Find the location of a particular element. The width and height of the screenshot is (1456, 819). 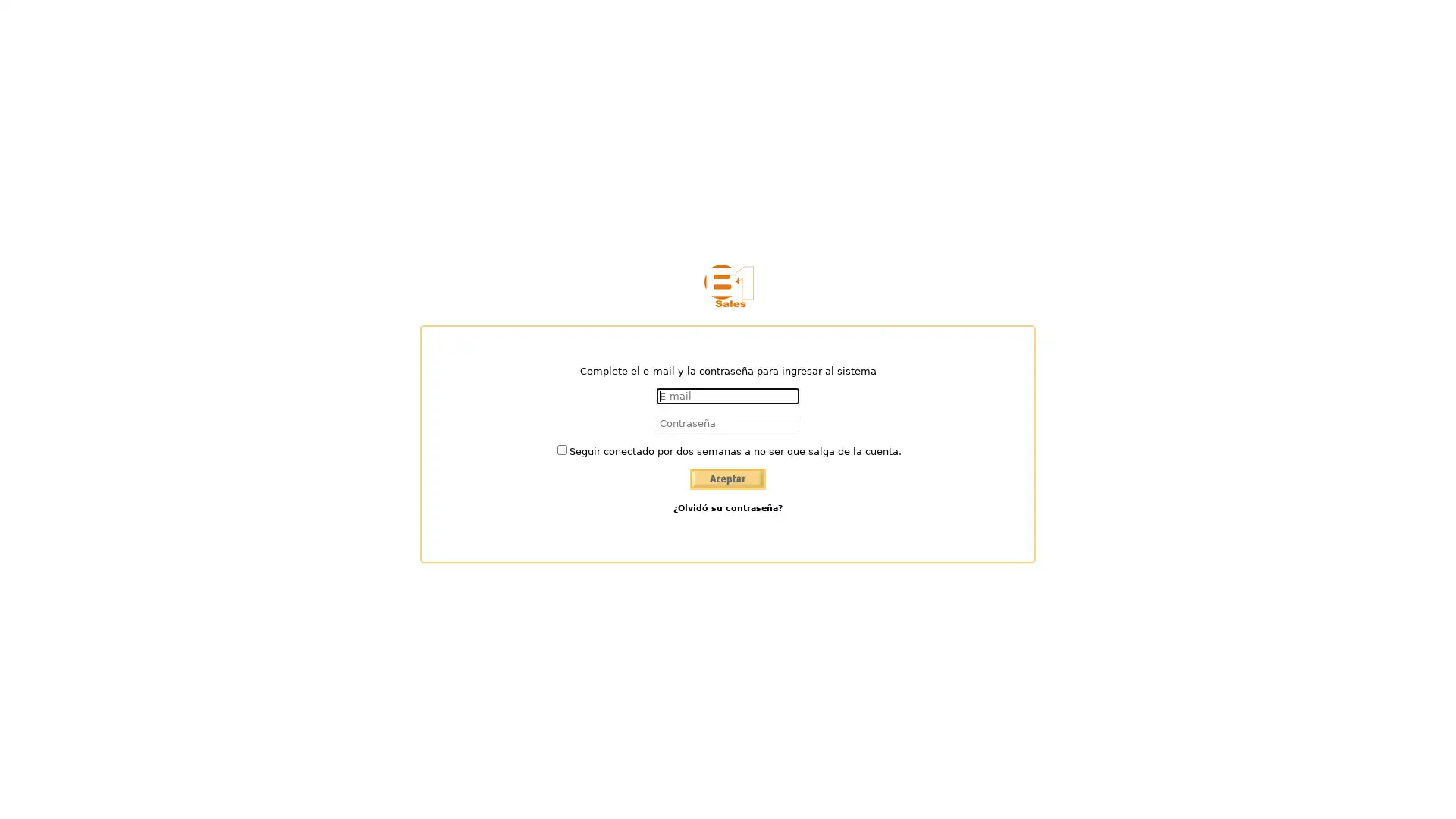

Aceptar is located at coordinates (728, 479).